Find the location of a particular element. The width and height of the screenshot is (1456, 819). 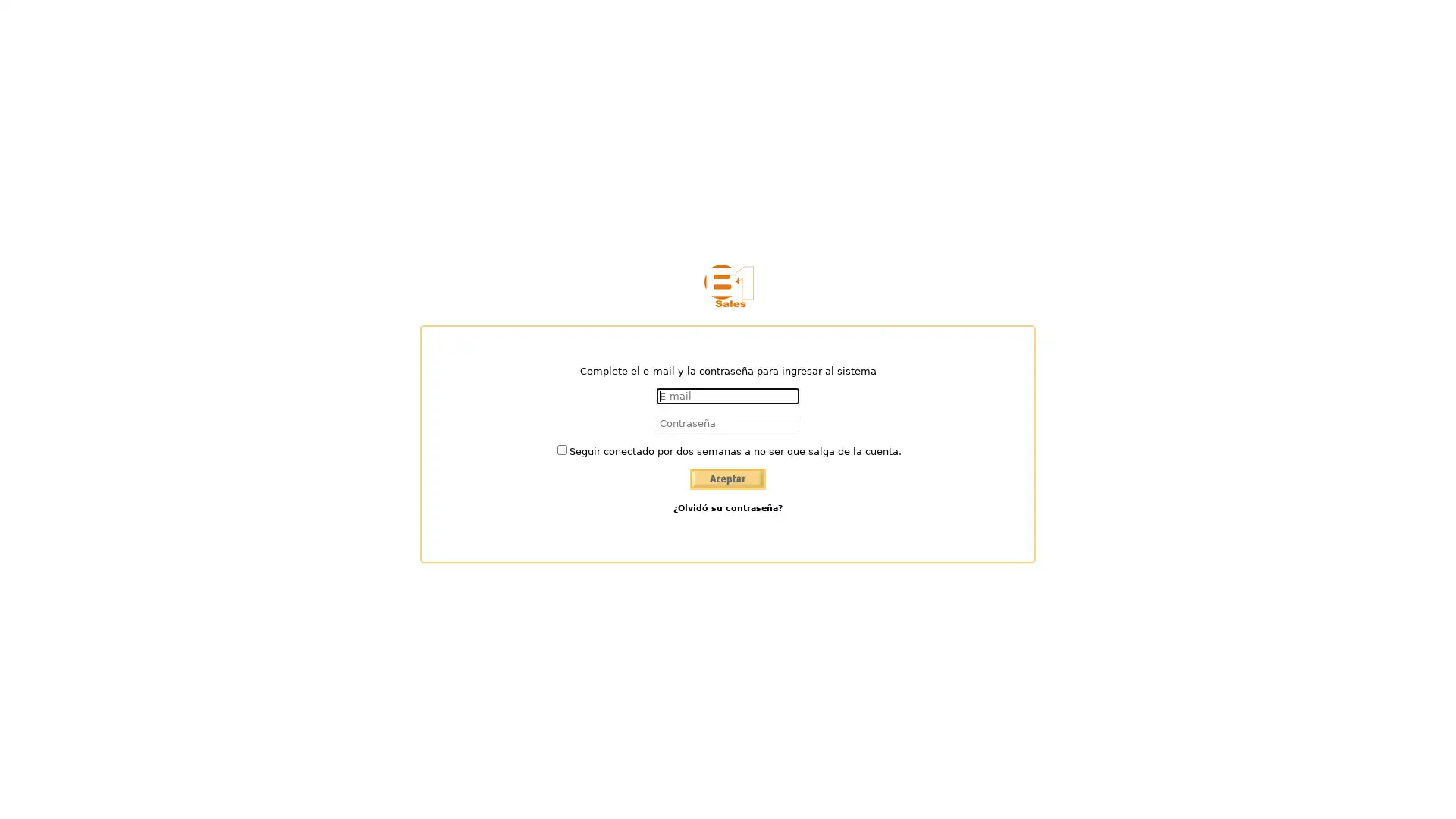

Aceptar is located at coordinates (728, 479).